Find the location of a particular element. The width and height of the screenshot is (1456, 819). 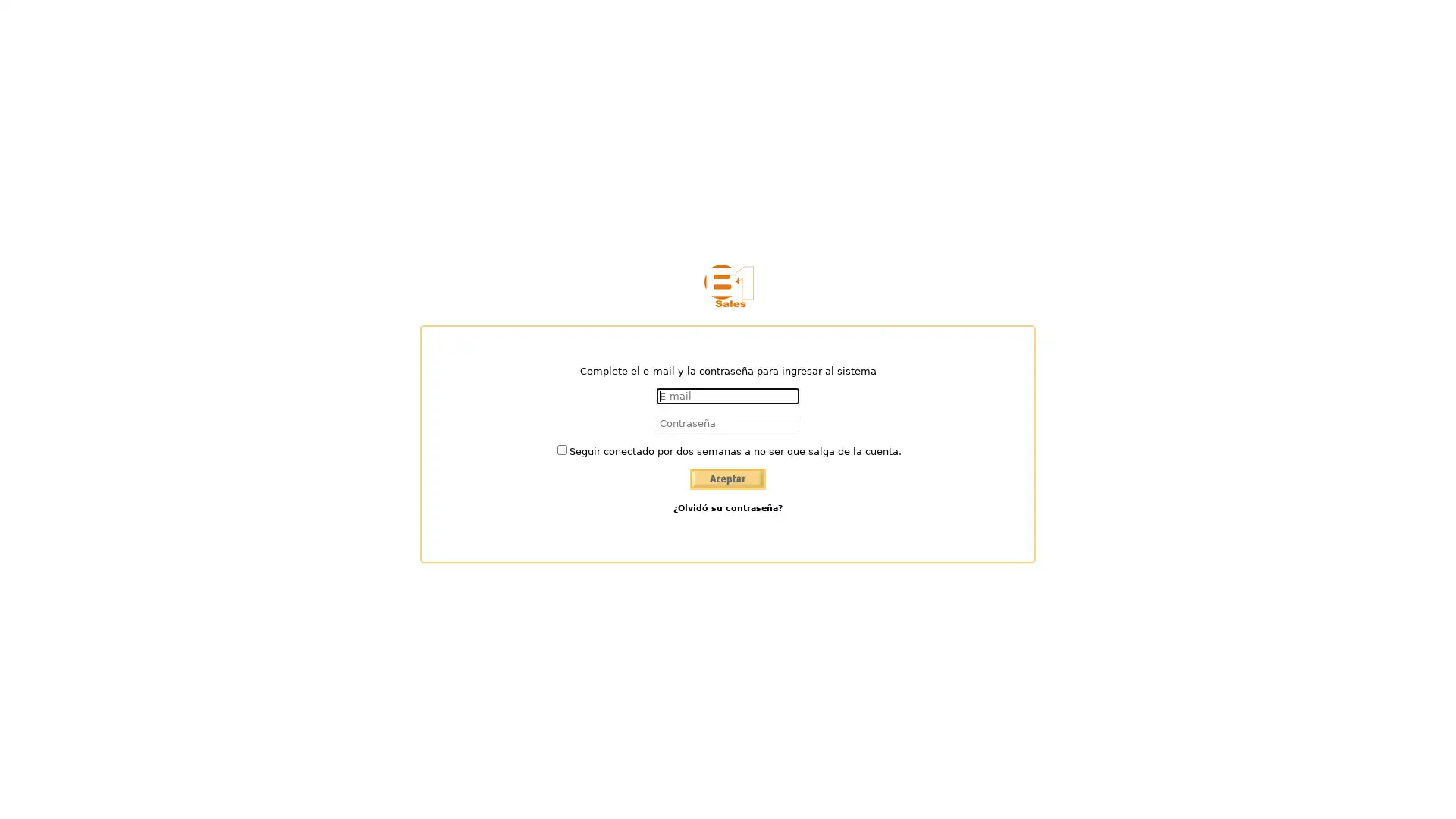

Aceptar is located at coordinates (728, 479).